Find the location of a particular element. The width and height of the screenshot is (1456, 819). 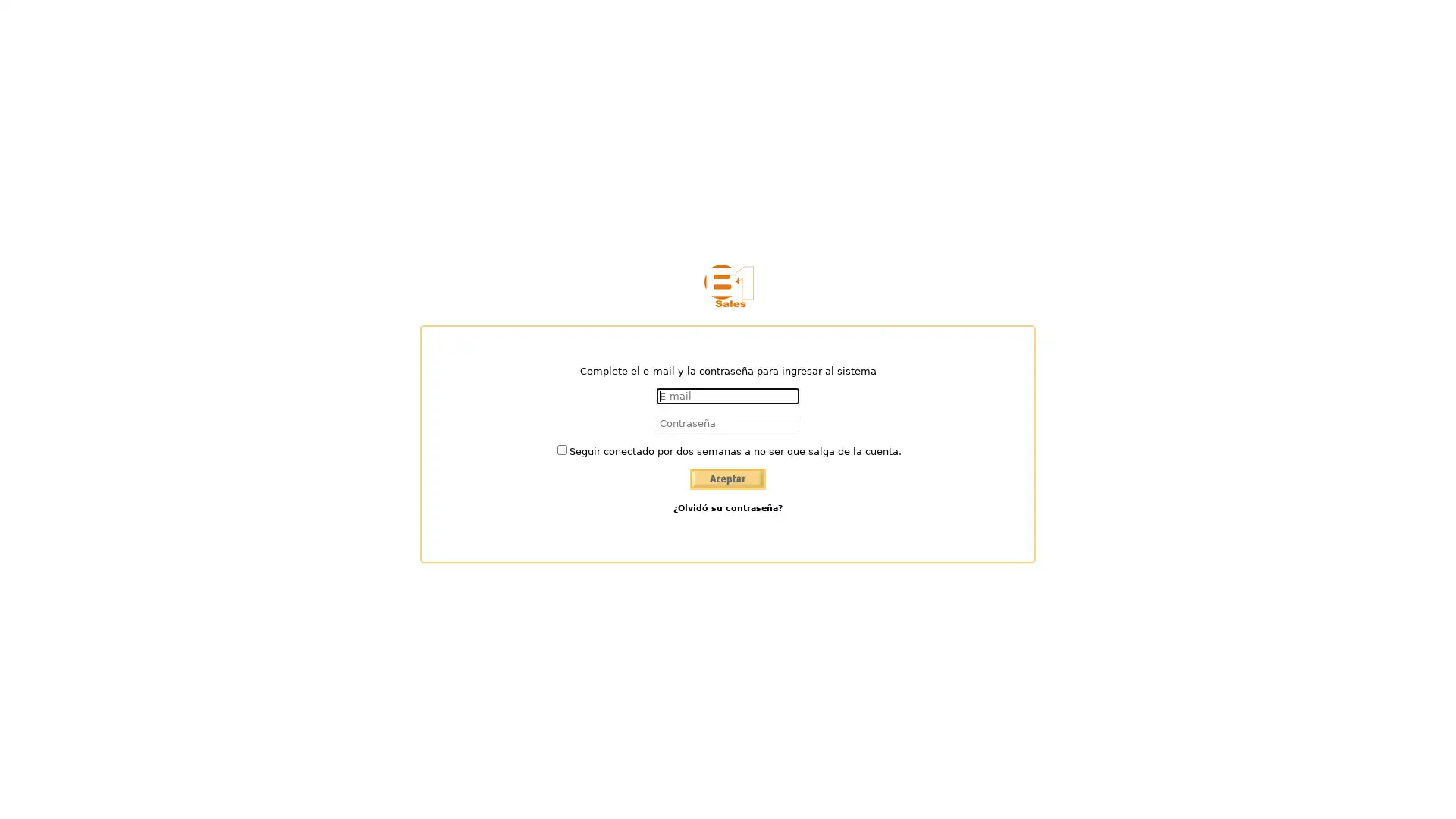

Aceptar is located at coordinates (728, 479).